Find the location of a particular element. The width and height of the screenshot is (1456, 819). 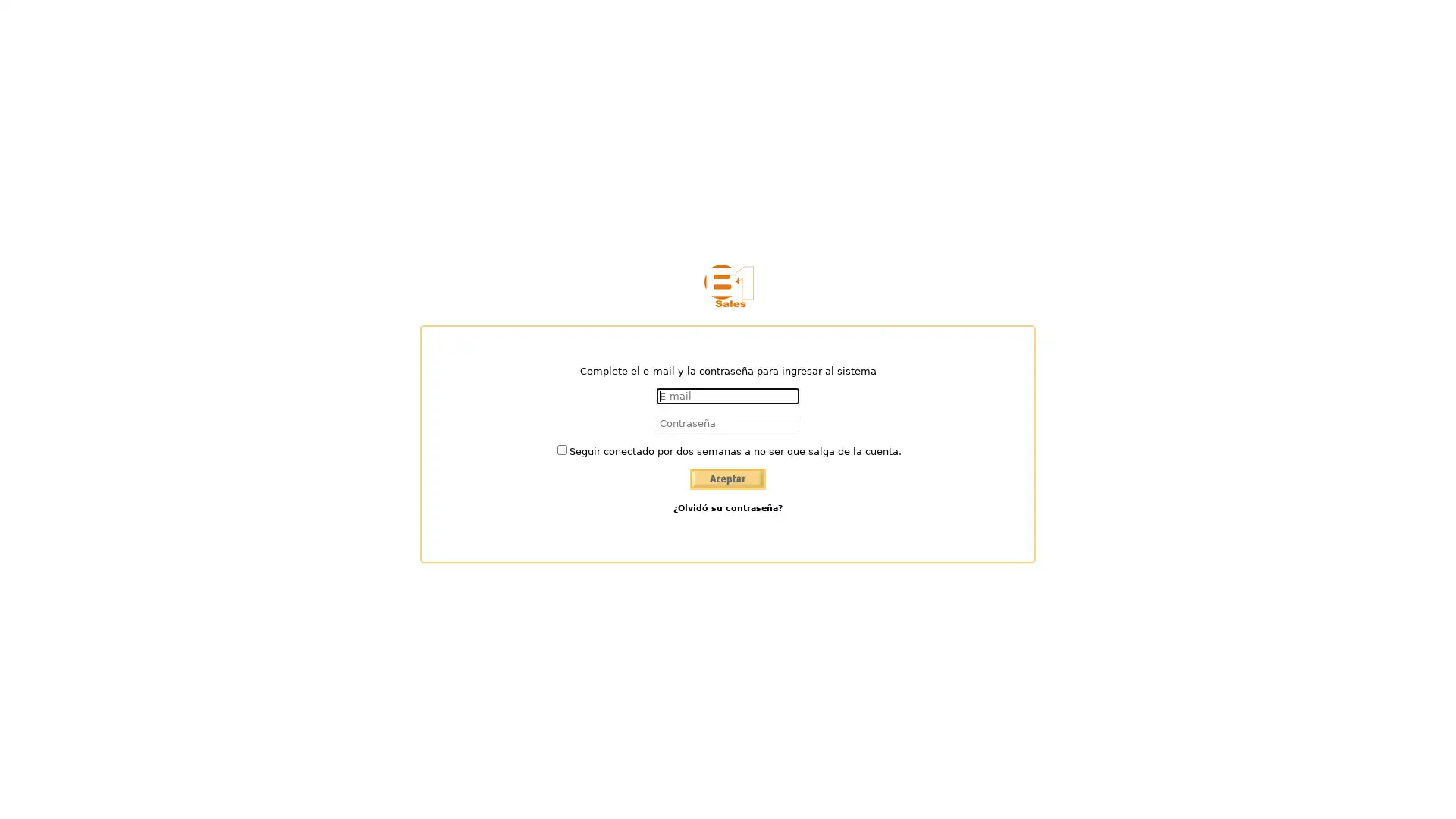

Aceptar is located at coordinates (728, 479).